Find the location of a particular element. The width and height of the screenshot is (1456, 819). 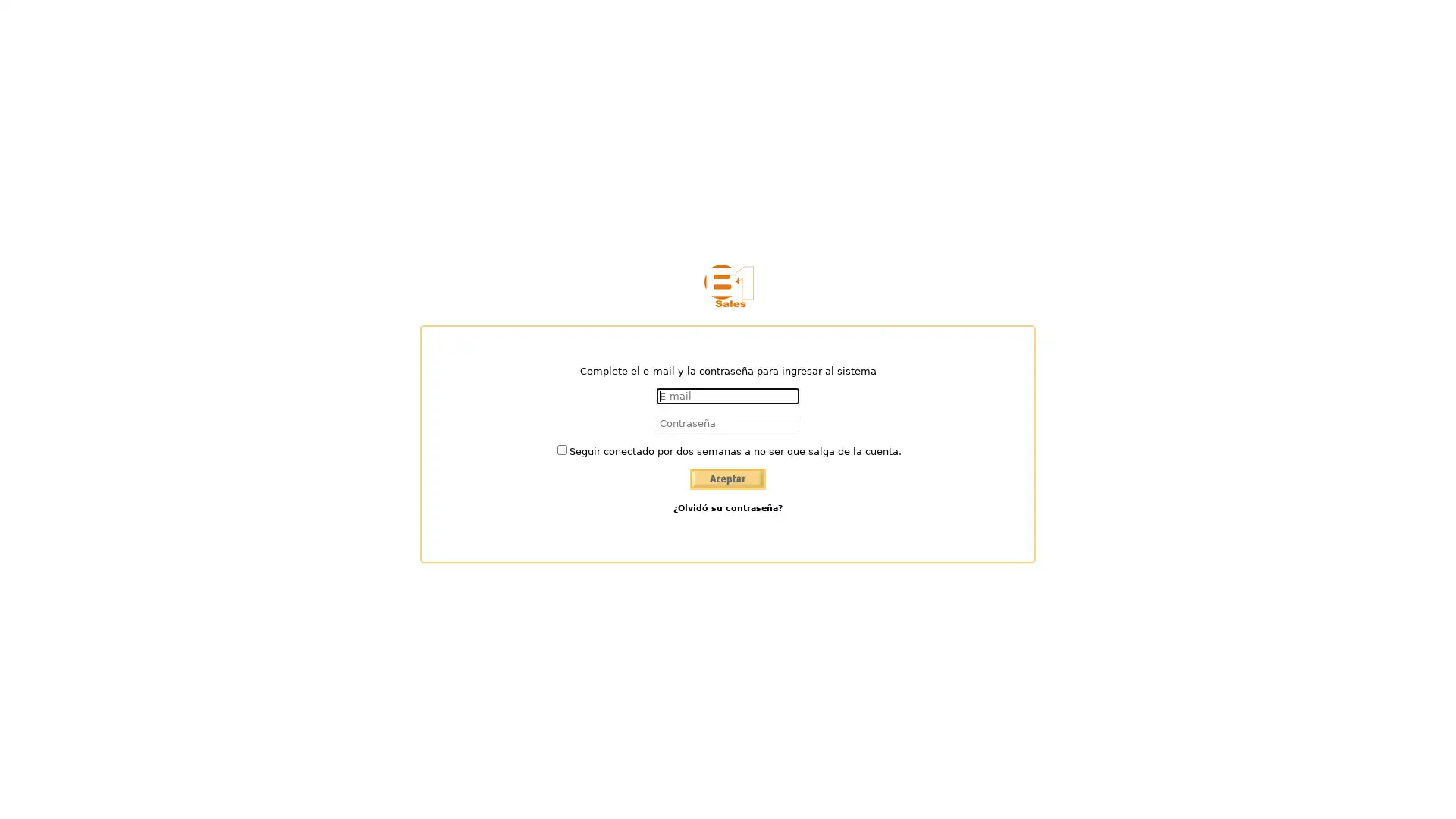

Aceptar is located at coordinates (728, 479).